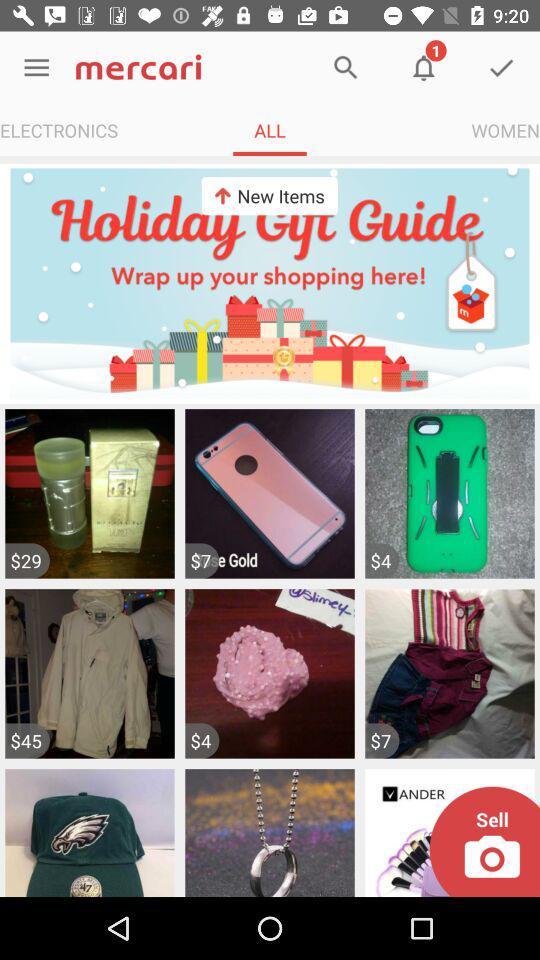 This screenshot has height=960, width=540. Describe the element at coordinates (59, 129) in the screenshot. I see `icon to the left of all icon` at that location.